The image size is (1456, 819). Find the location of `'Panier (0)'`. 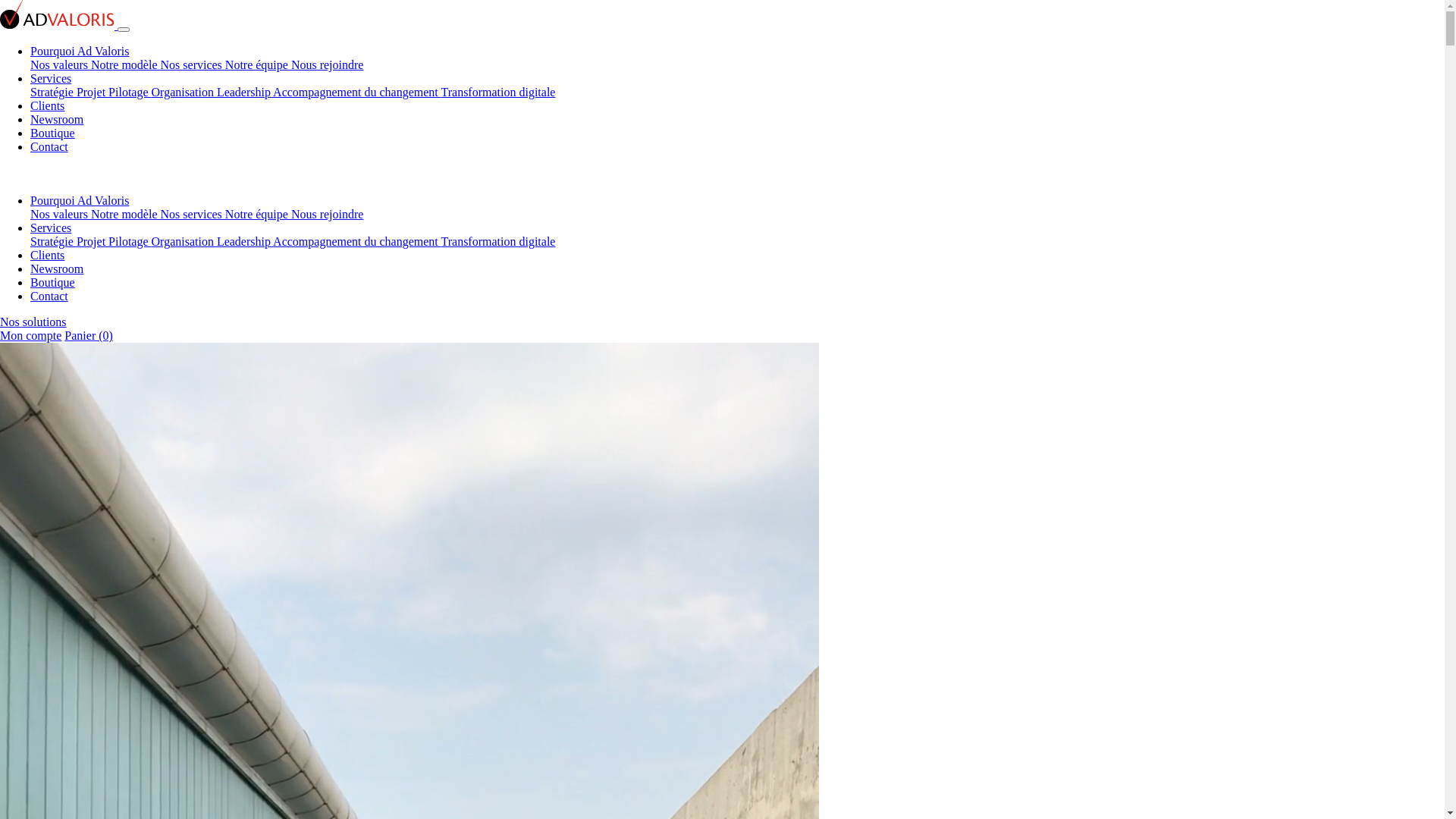

'Panier (0)' is located at coordinates (64, 334).